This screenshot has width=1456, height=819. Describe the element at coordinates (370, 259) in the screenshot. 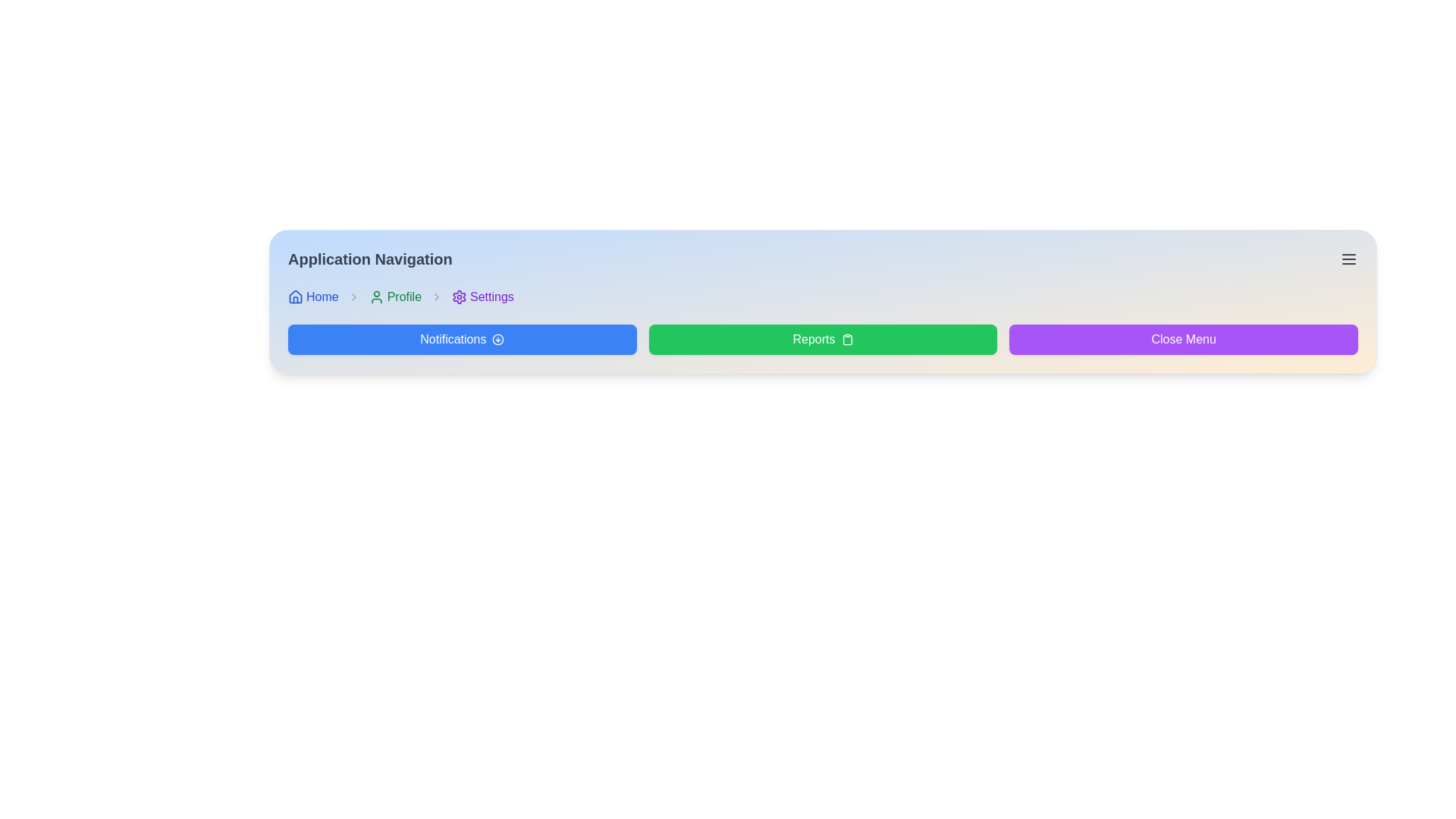

I see `the text label that serves as a header for the navigation section of the application` at that location.